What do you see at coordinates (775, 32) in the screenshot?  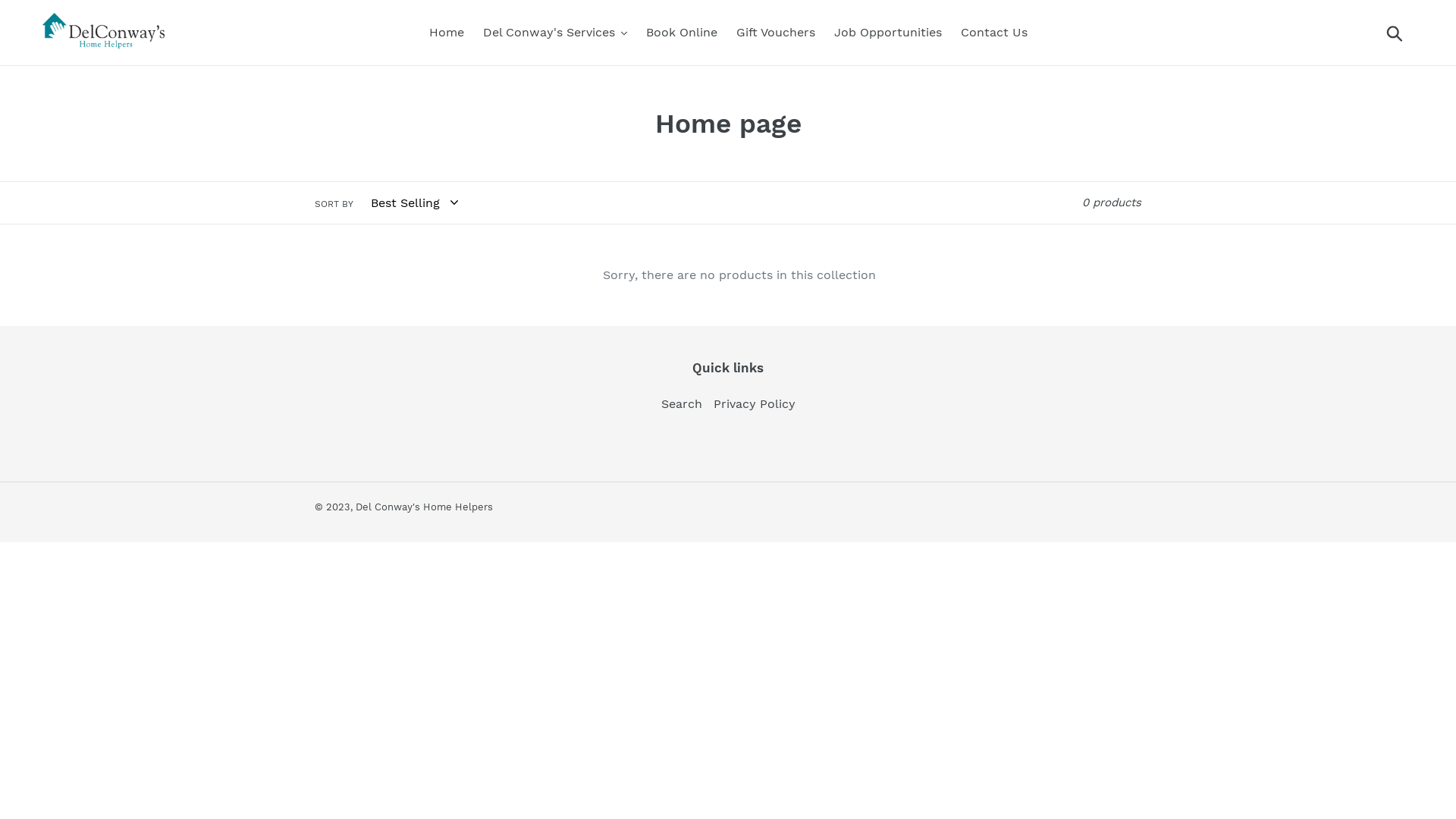 I see `'Gift Vouchers'` at bounding box center [775, 32].